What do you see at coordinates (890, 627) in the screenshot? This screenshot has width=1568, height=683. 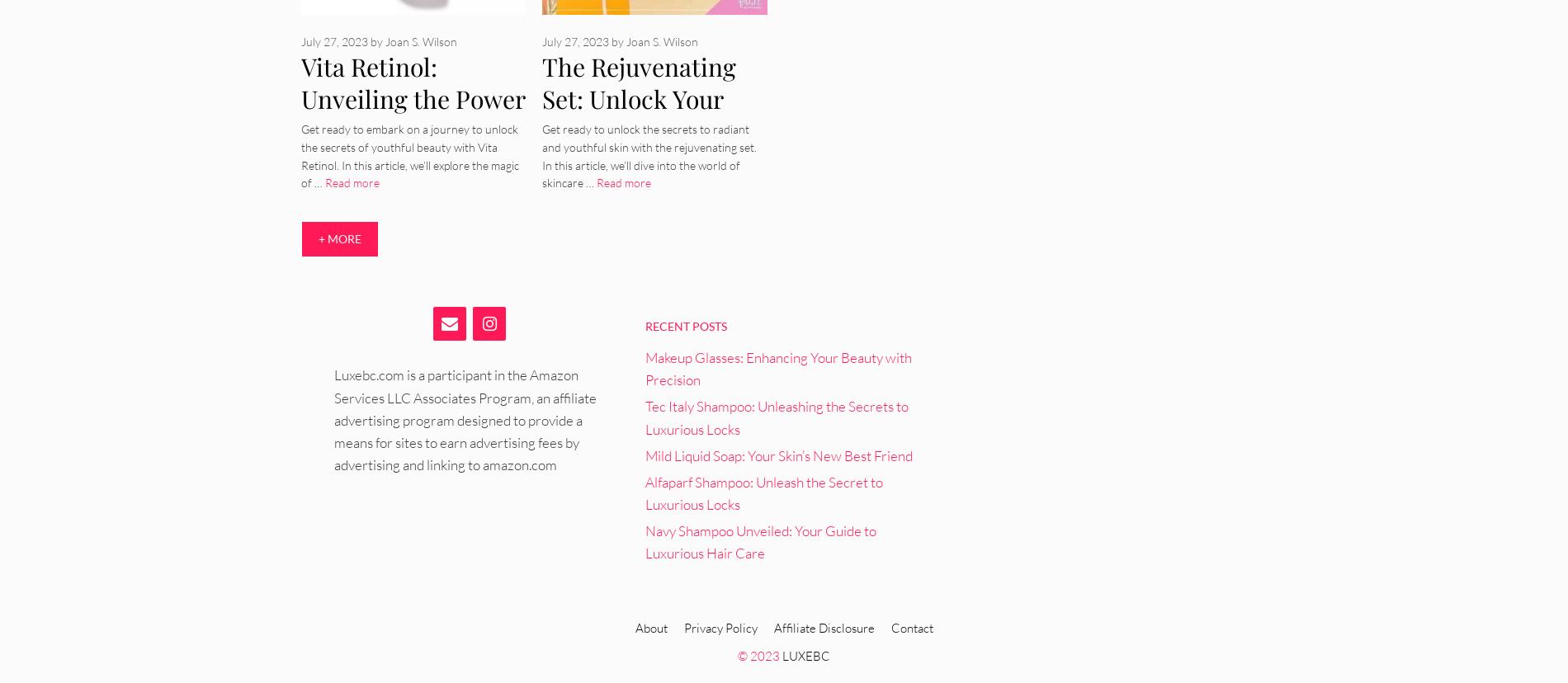 I see `'Contact'` at bounding box center [890, 627].